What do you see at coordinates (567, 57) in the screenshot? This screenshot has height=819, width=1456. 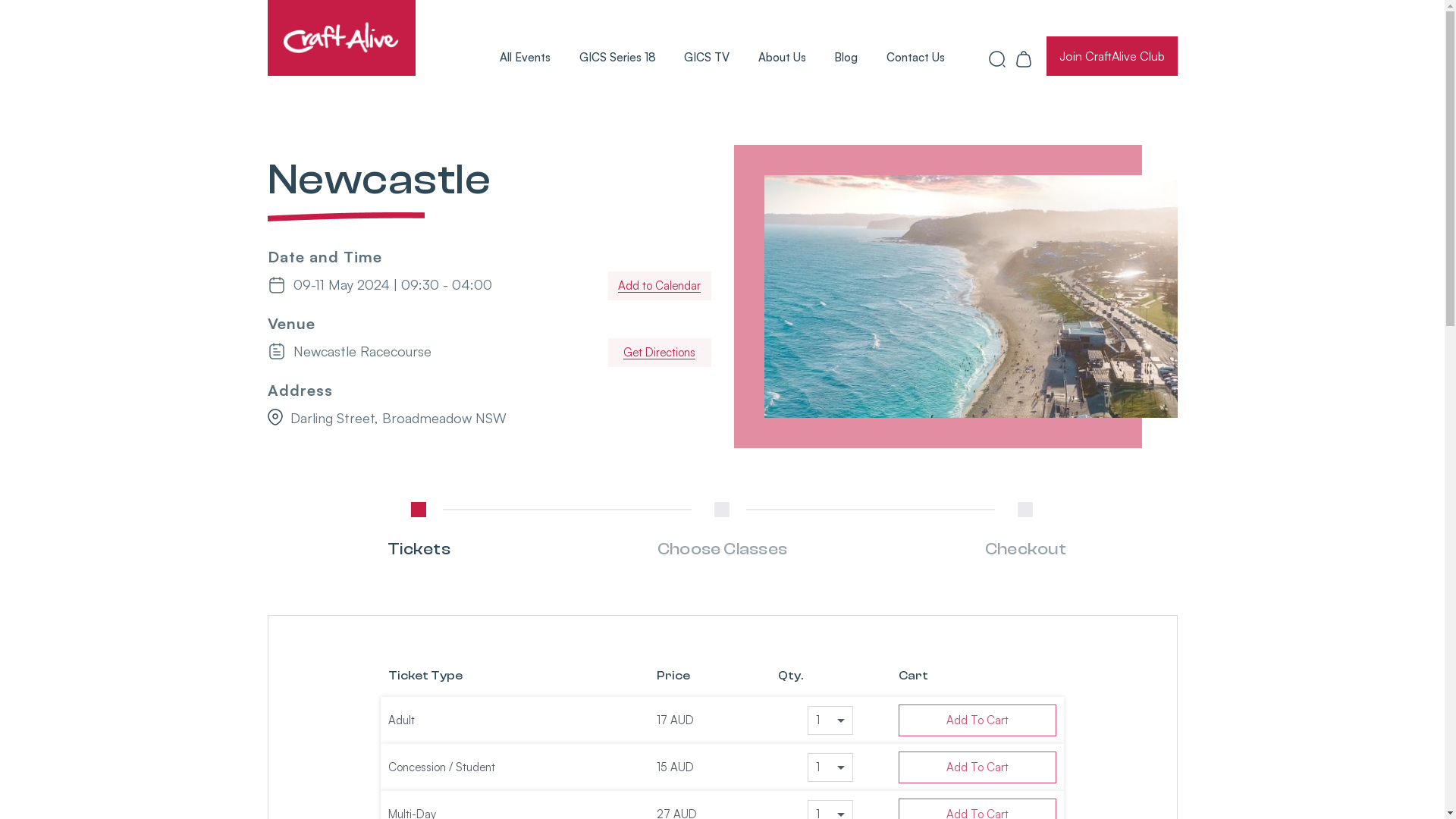 I see `'GICS Series 18'` at bounding box center [567, 57].